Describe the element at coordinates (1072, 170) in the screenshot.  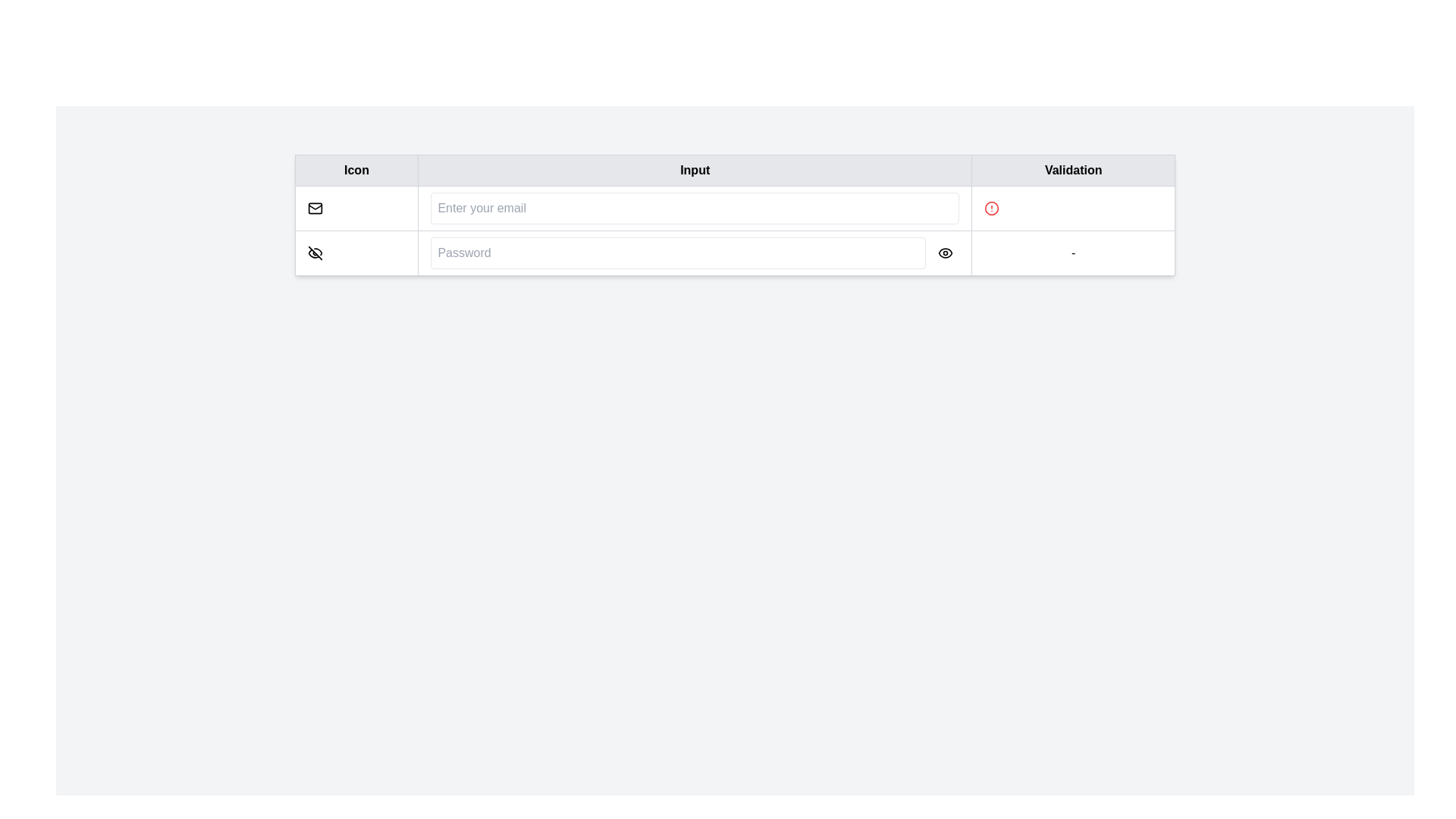
I see `the 'Validation' label in the third column of the row, located to the right of 'Icon' and 'Input'` at that location.